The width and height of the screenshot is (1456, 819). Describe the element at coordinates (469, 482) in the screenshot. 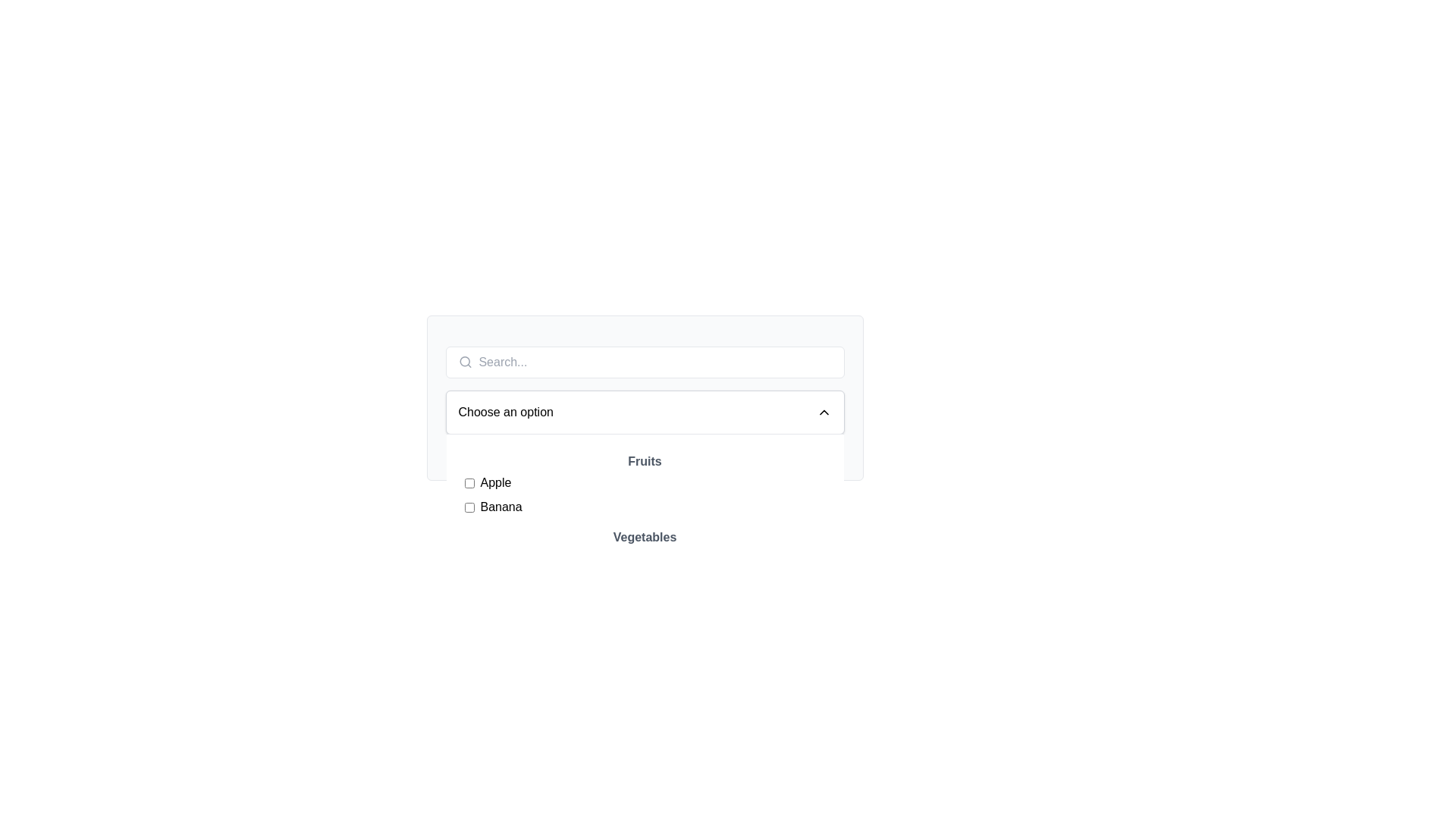

I see `the checkbox labeled 'Apple'` at that location.